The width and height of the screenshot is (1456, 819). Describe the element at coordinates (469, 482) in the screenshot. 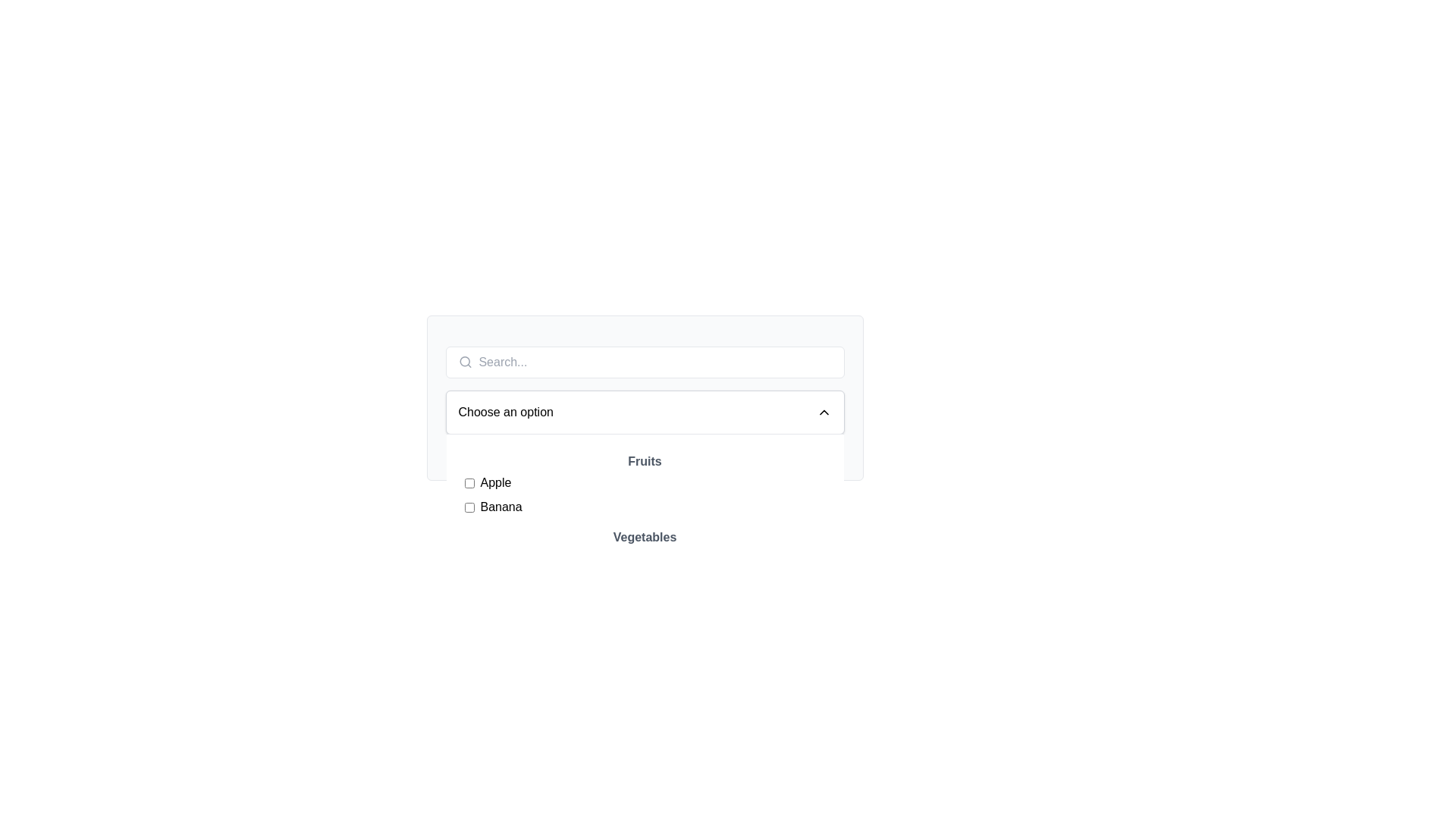

I see `the checkbox labeled 'Apple'` at that location.